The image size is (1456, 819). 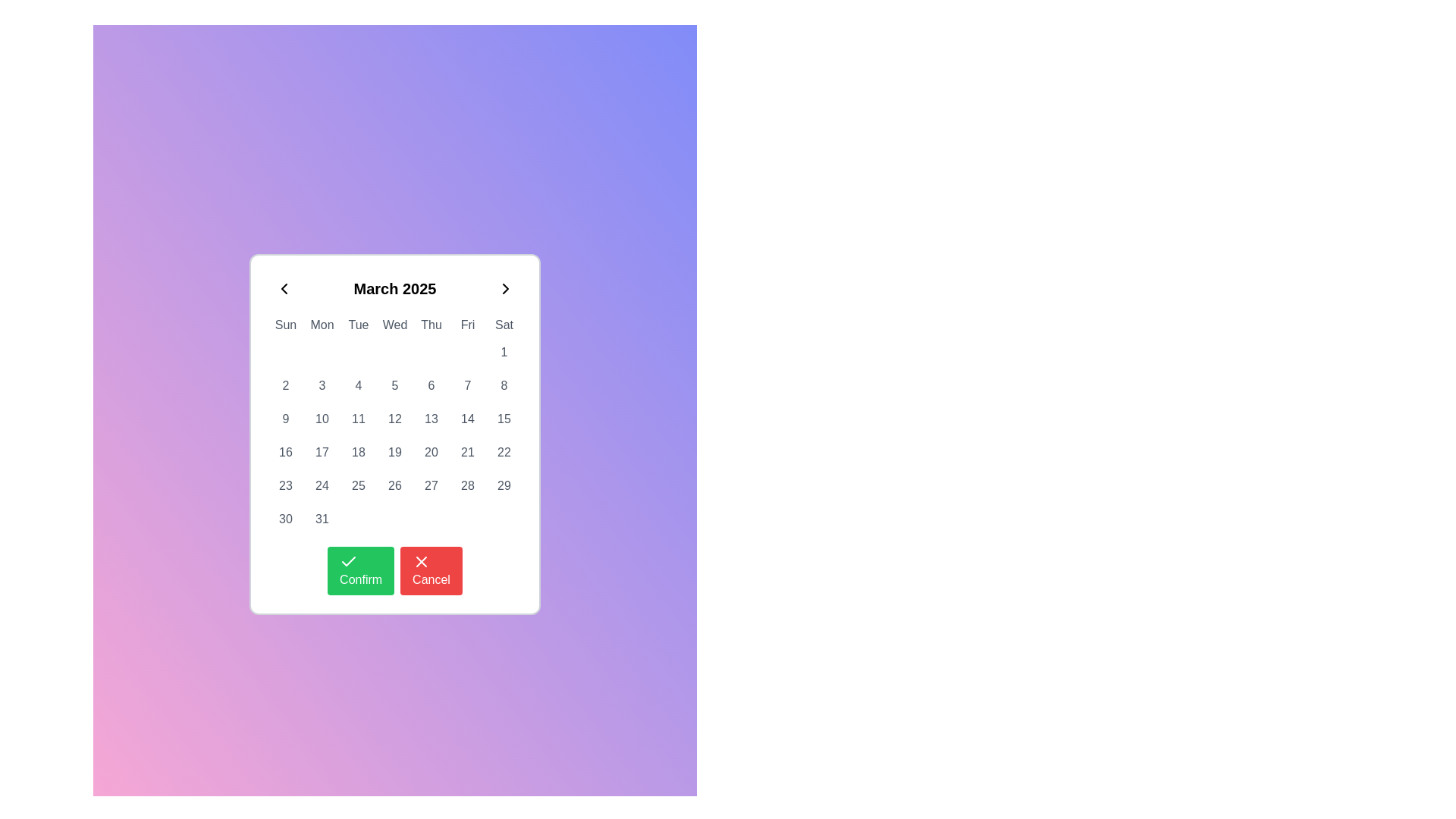 I want to click on the button located in the top-right corner of the calendar header displaying 'March 2025', so click(x=506, y=289).